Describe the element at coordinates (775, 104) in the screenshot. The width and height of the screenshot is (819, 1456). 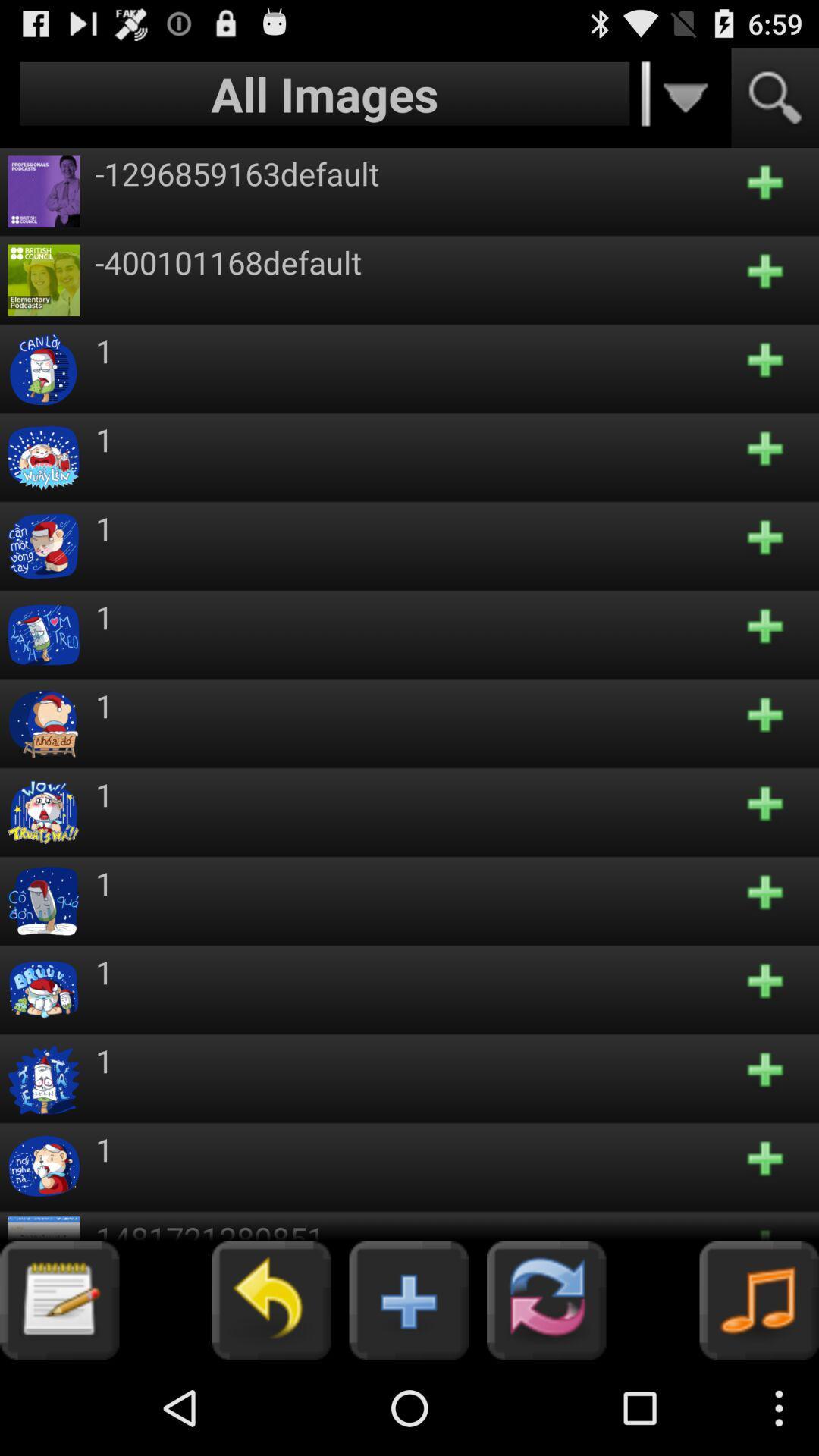
I see `the search icon` at that location.